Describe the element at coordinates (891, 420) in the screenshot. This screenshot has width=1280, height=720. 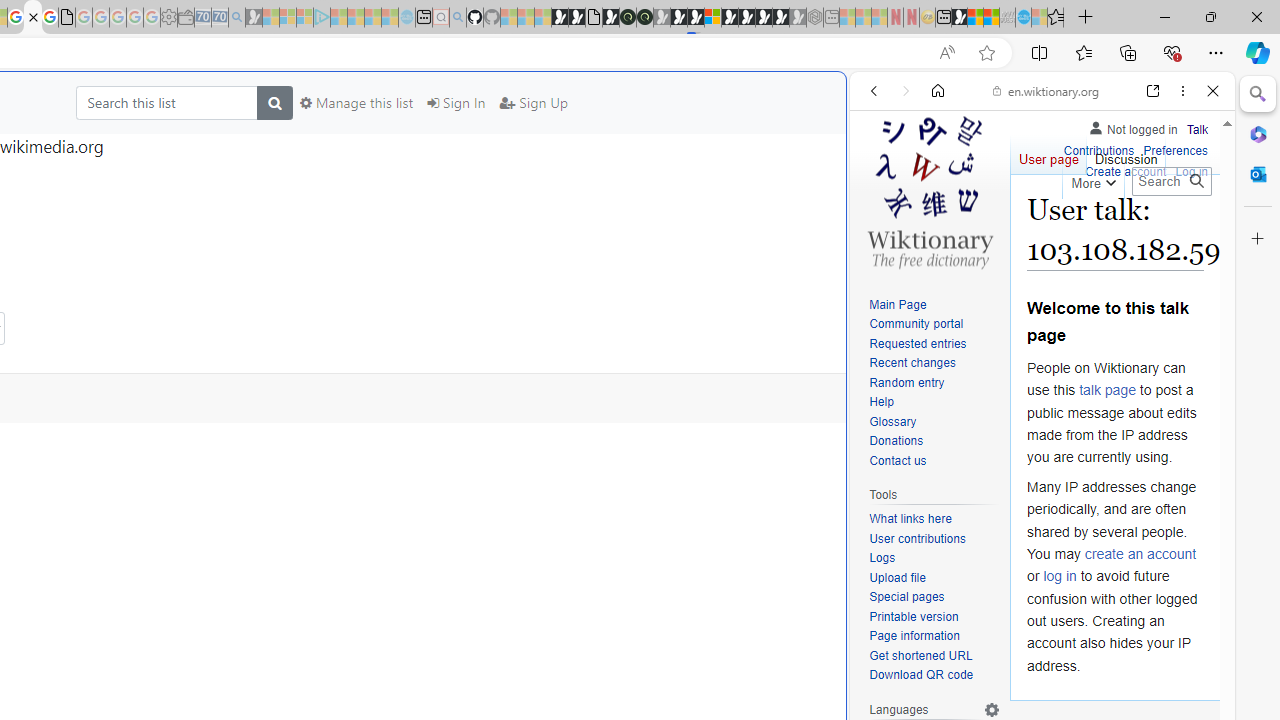
I see `'Glossary'` at that location.